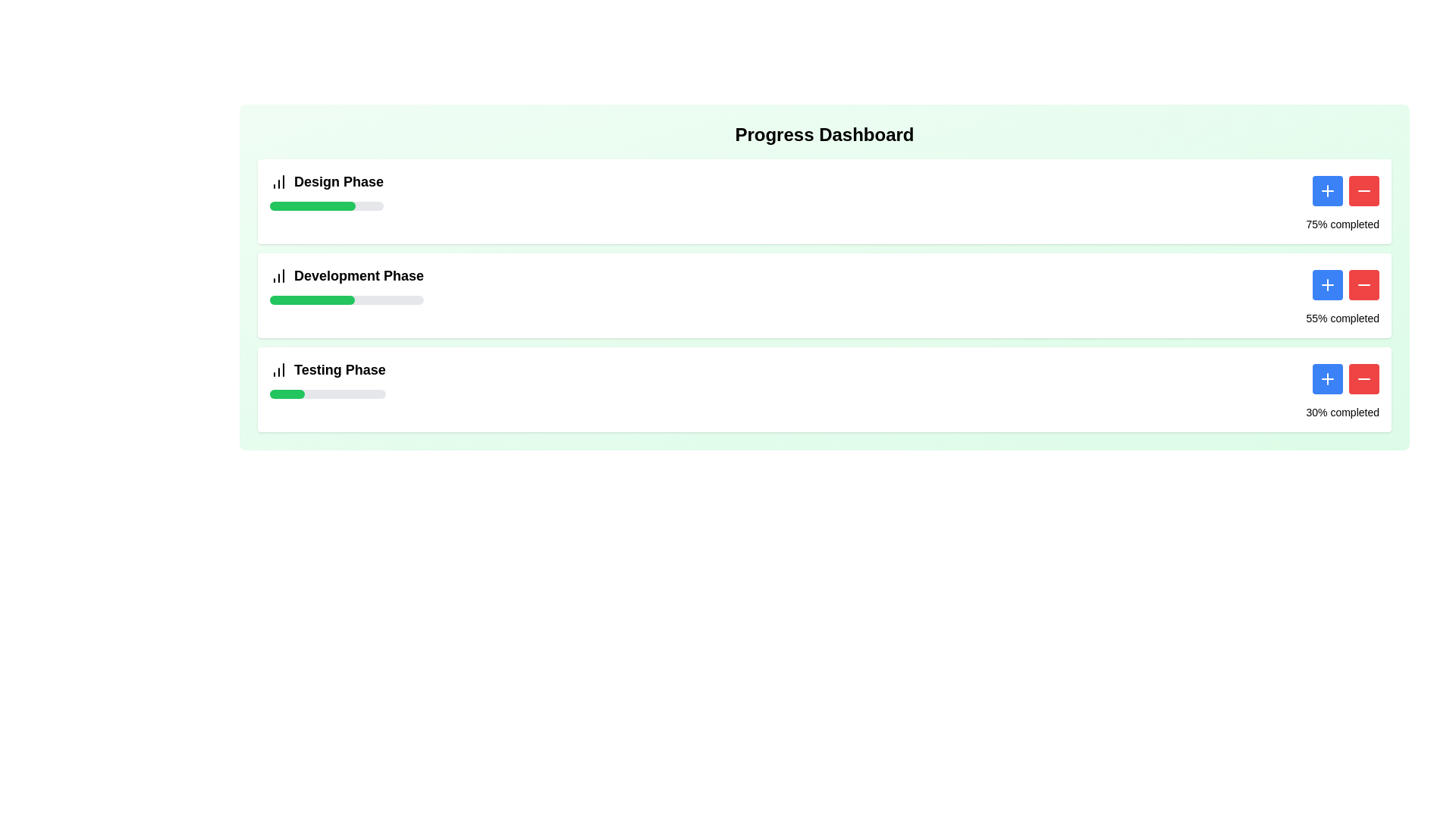 The width and height of the screenshot is (1456, 819). I want to click on the 'Testing Phase' text label with the accompanying column chart icon located in the bottom progress card of the 'Progress Dashboard', so click(327, 378).